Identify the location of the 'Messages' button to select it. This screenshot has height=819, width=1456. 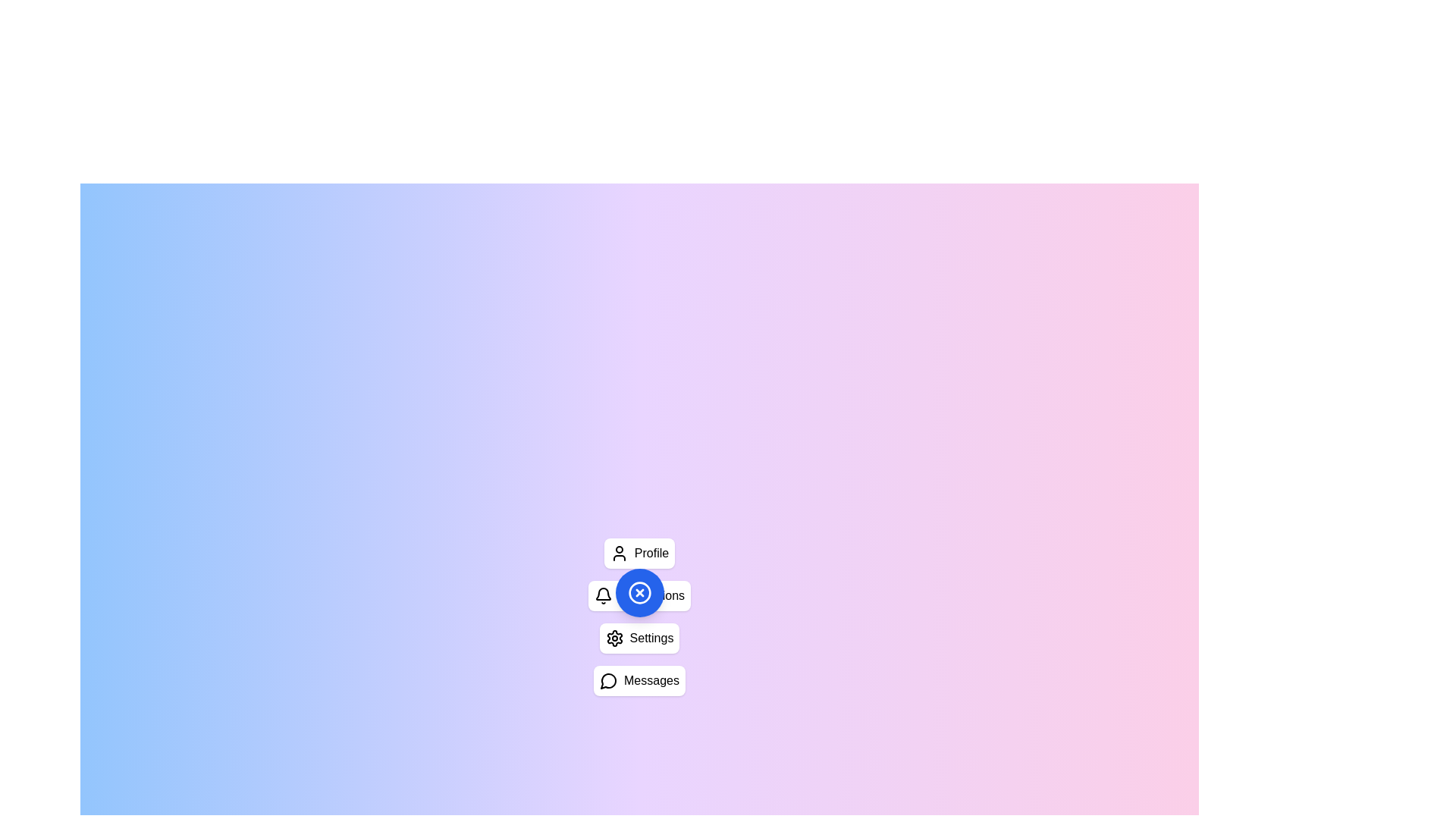
(639, 680).